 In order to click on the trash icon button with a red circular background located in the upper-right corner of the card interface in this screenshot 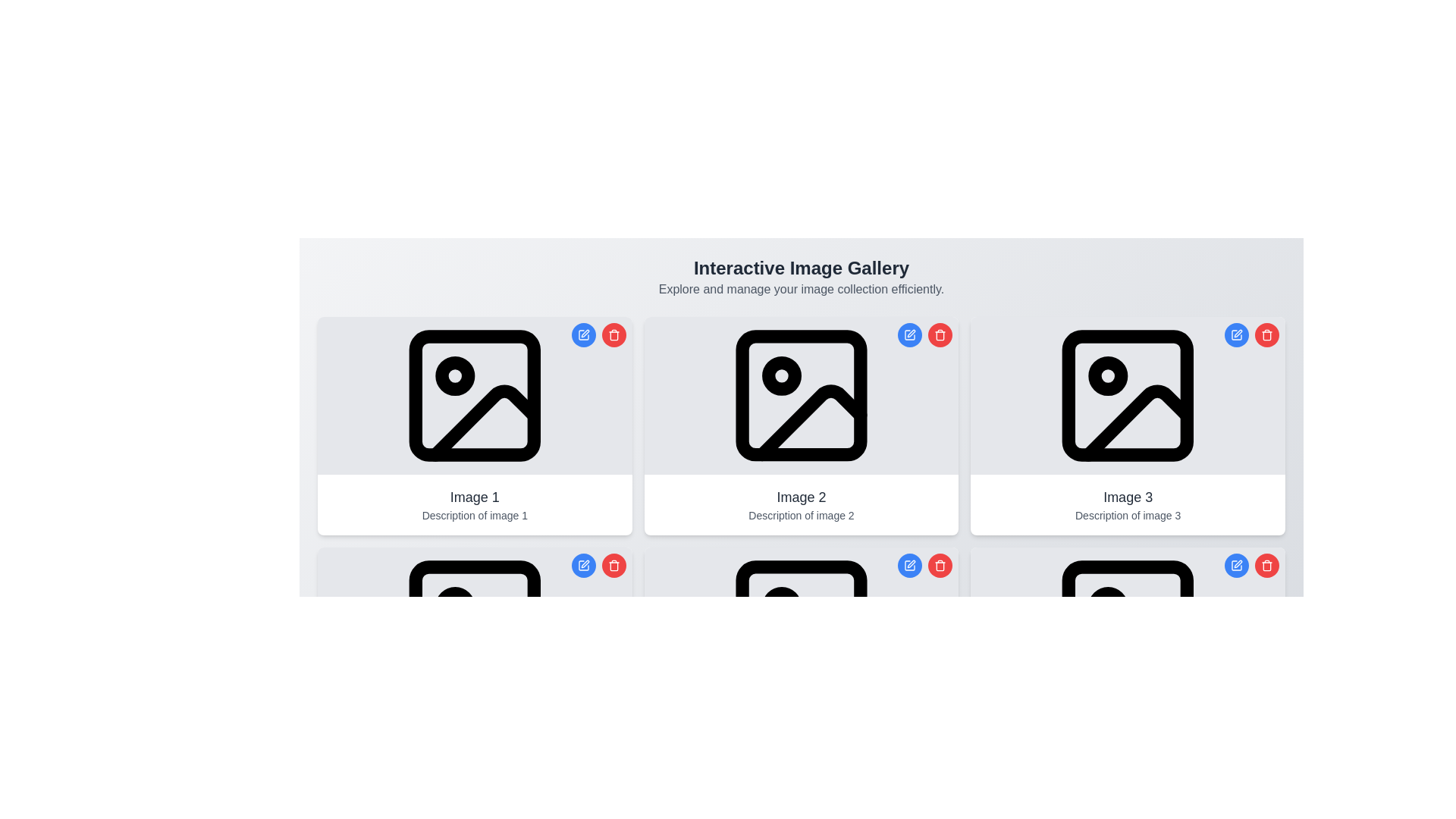, I will do `click(940, 334)`.